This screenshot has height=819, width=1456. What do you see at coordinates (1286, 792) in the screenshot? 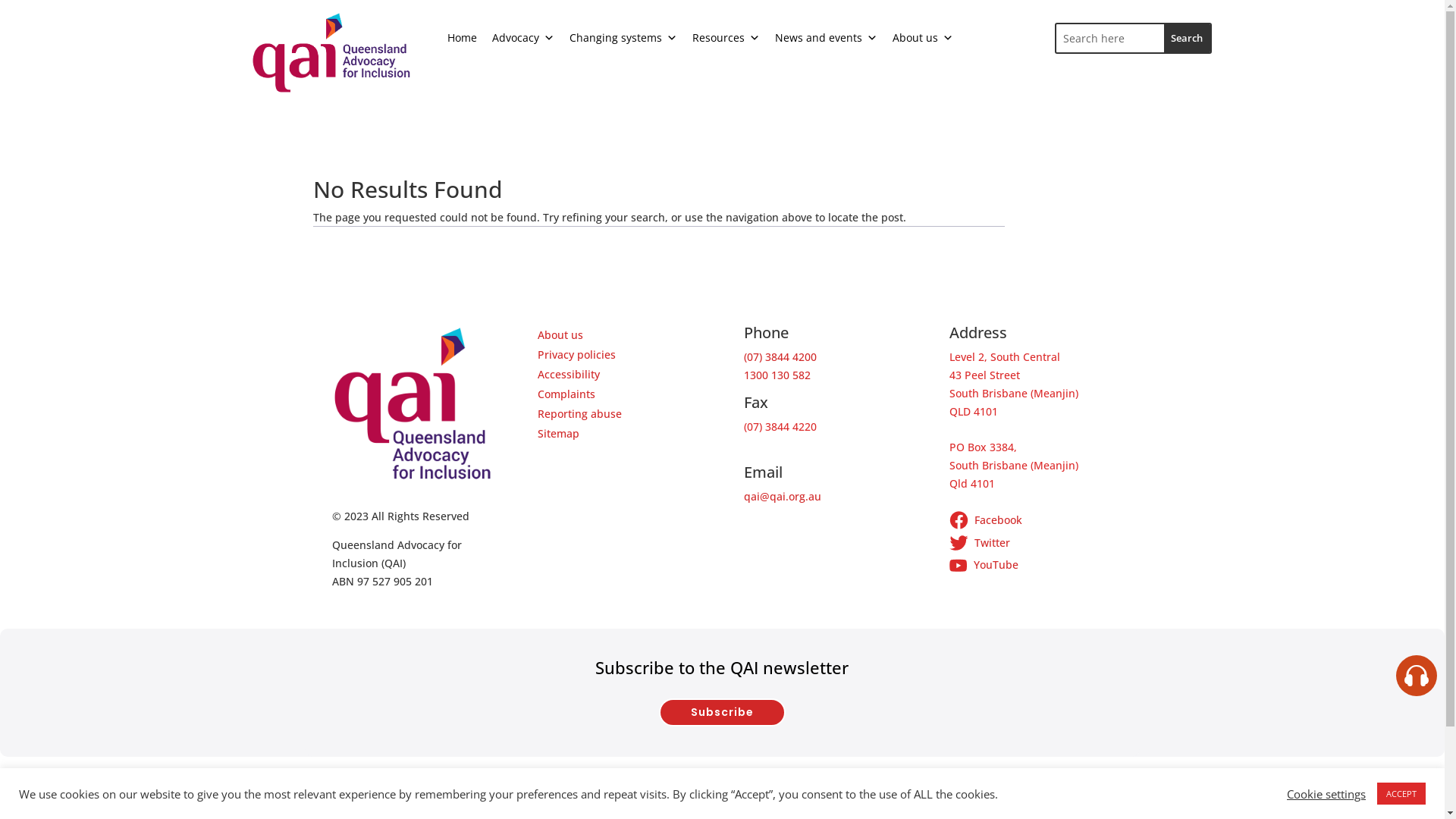
I see `'Cookie settings'` at bounding box center [1286, 792].